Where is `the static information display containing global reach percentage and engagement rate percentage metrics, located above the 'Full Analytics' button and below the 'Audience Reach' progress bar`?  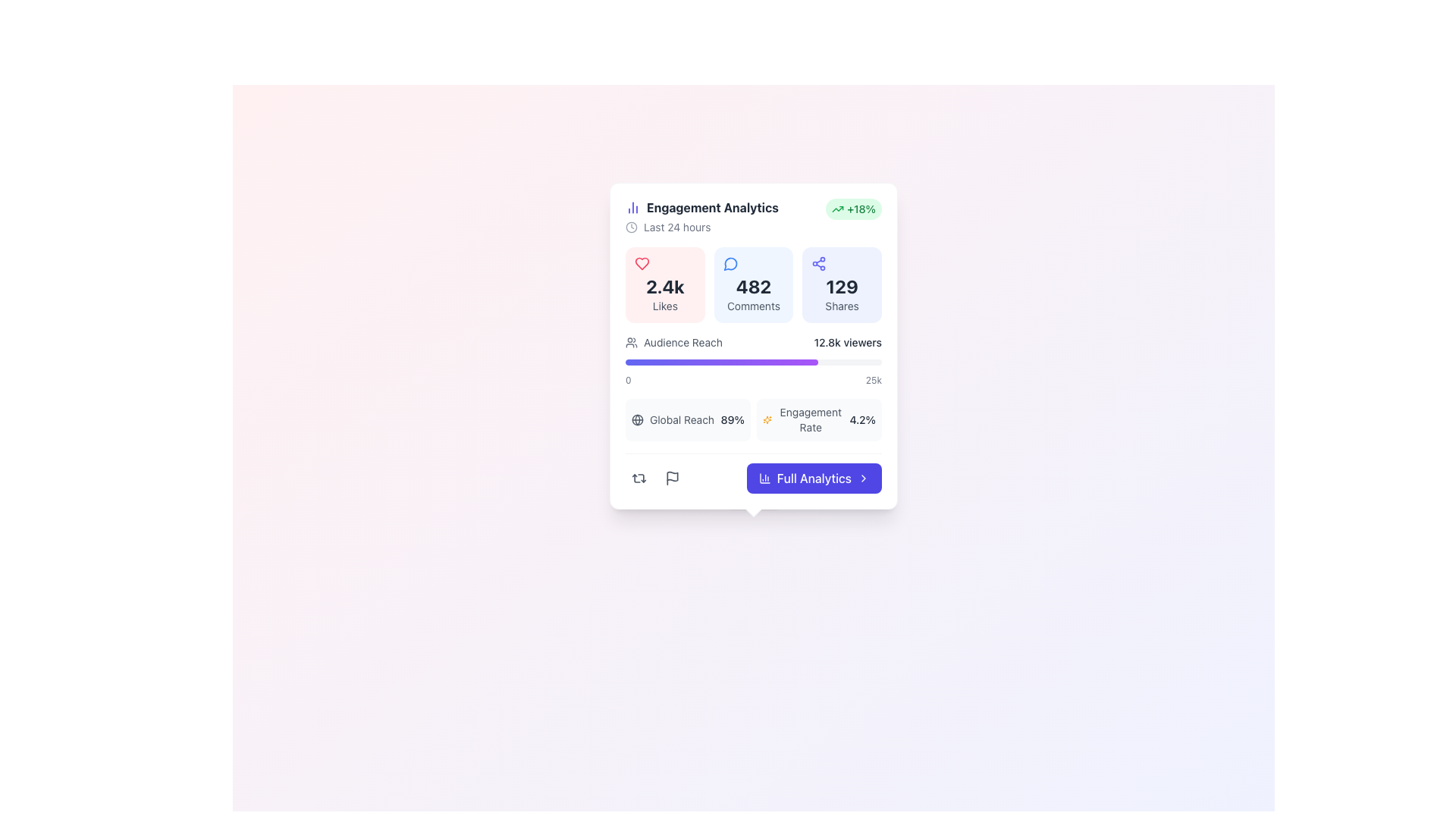 the static information display containing global reach percentage and engagement rate percentage metrics, located above the 'Full Analytics' button and below the 'Audience Reach' progress bar is located at coordinates (753, 420).